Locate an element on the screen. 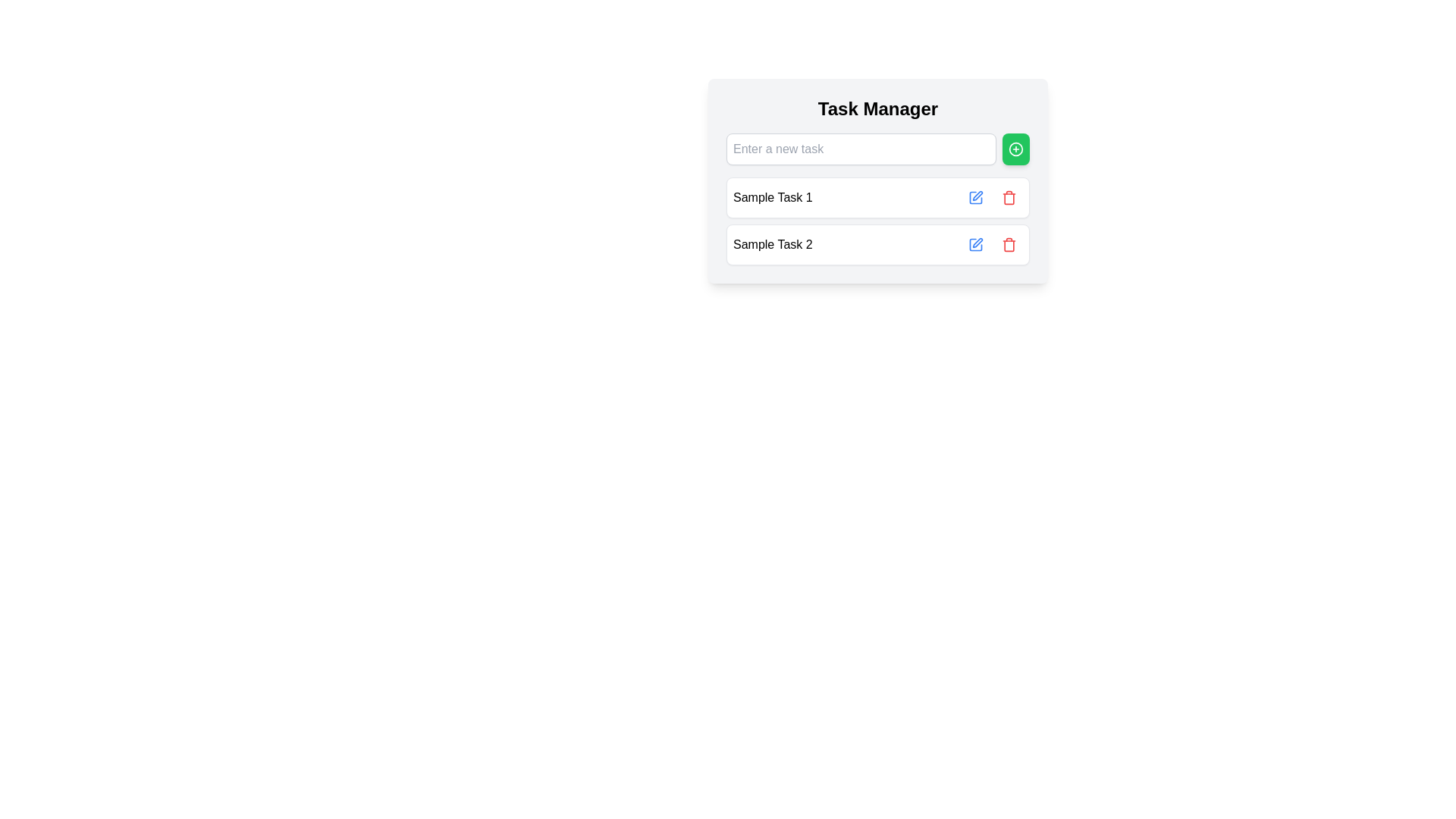 The image size is (1456, 819). the Icon button located in the second task item row, immediately to the right of 'Sample Task 2' and to the left of the delete button is located at coordinates (977, 242).